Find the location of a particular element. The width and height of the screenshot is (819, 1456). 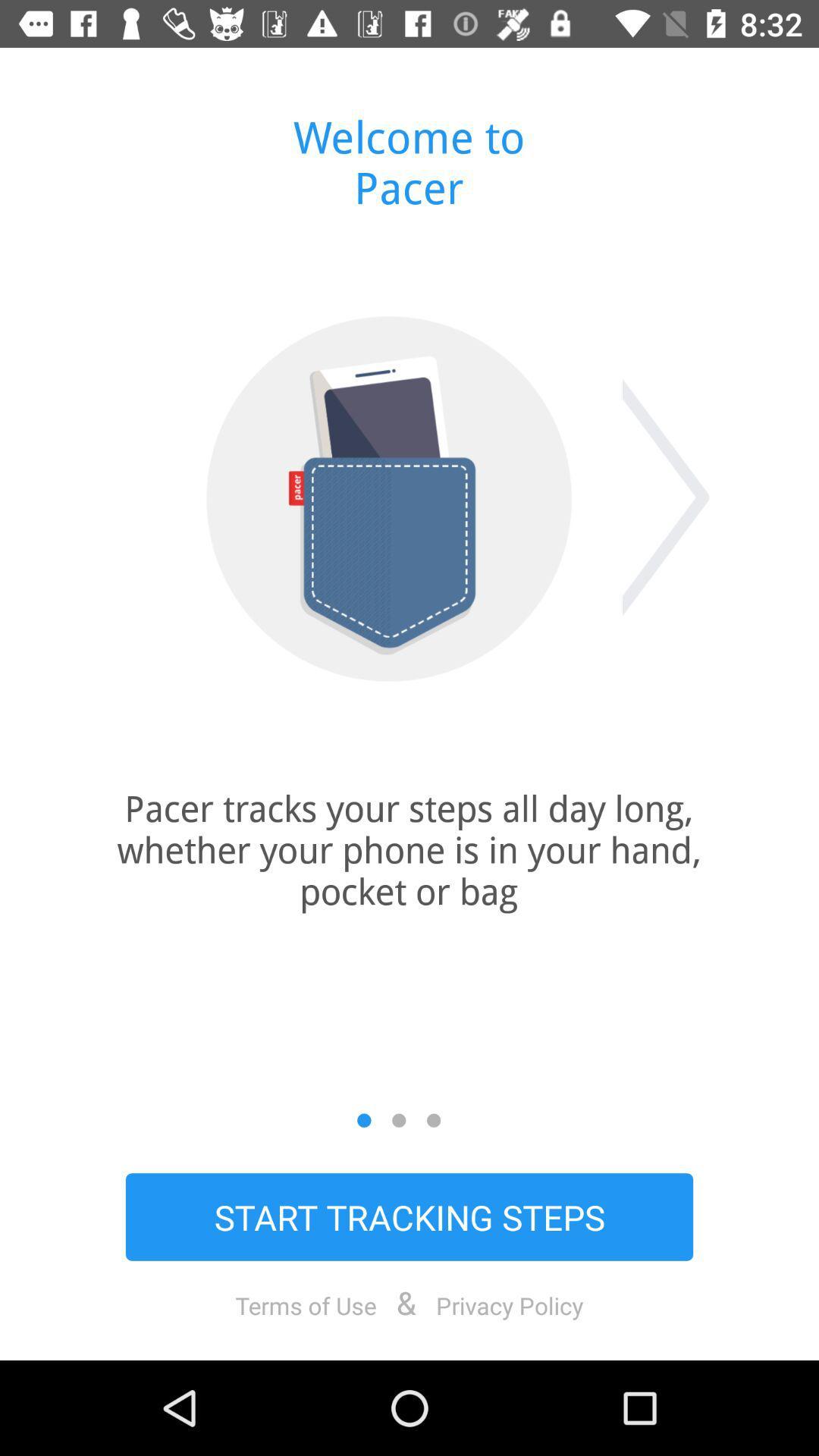

the item to the left of & is located at coordinates (306, 1304).